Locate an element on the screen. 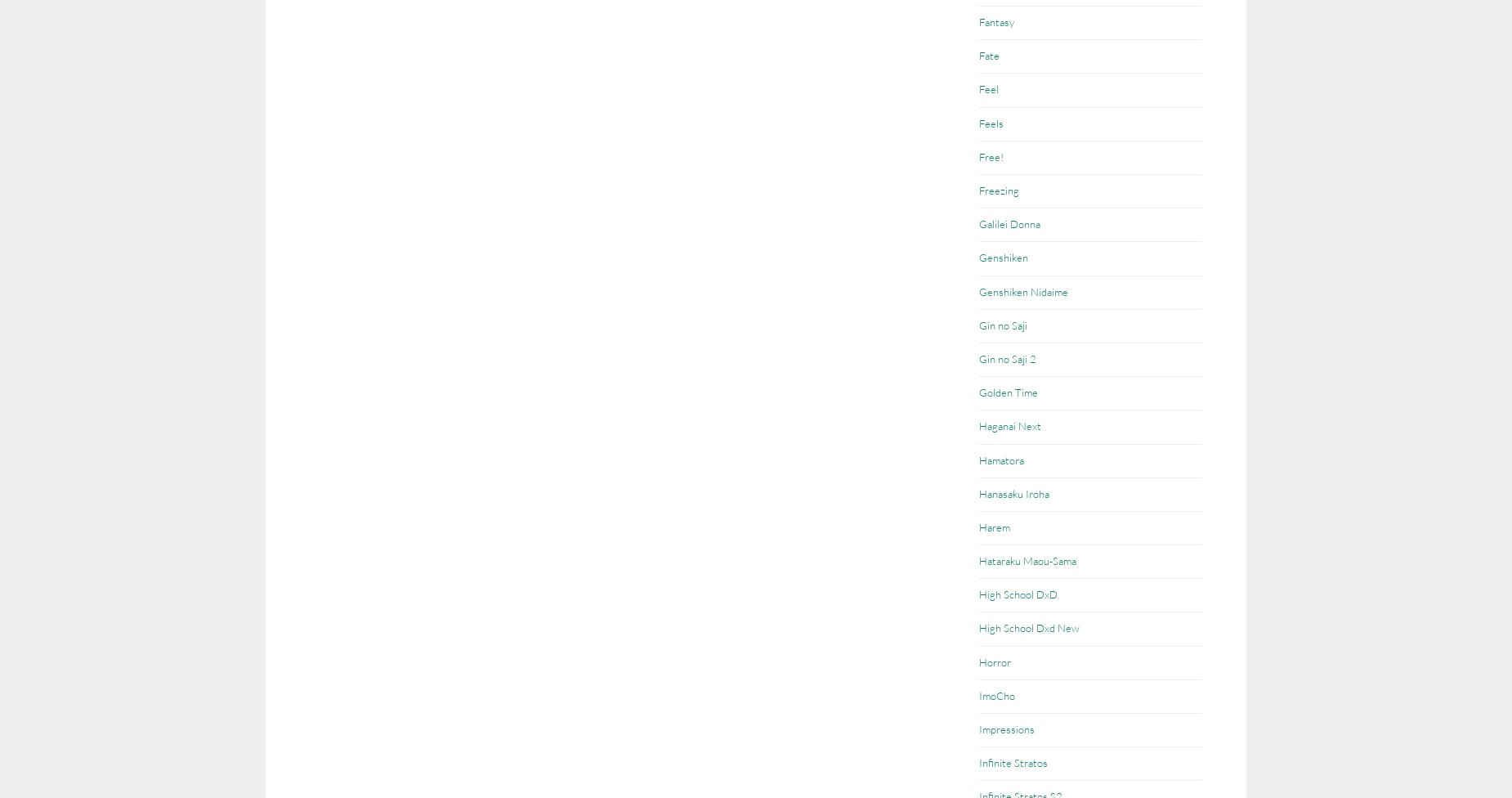 The image size is (1512, 798). 'Freezing' is located at coordinates (978, 189).